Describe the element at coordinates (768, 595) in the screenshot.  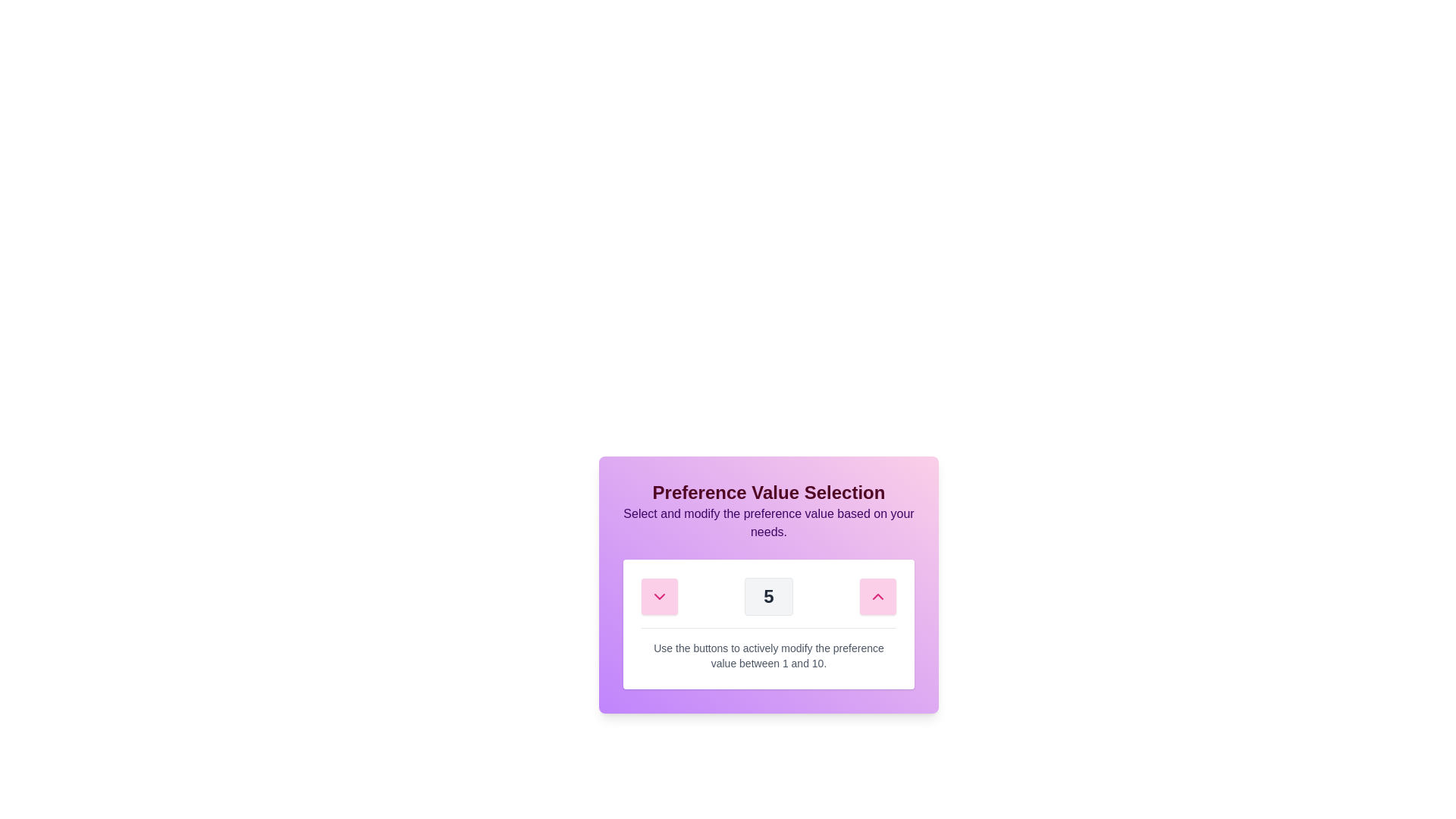
I see `the readonly text input element located between two pink buttons at the bottom of the card-like section` at that location.